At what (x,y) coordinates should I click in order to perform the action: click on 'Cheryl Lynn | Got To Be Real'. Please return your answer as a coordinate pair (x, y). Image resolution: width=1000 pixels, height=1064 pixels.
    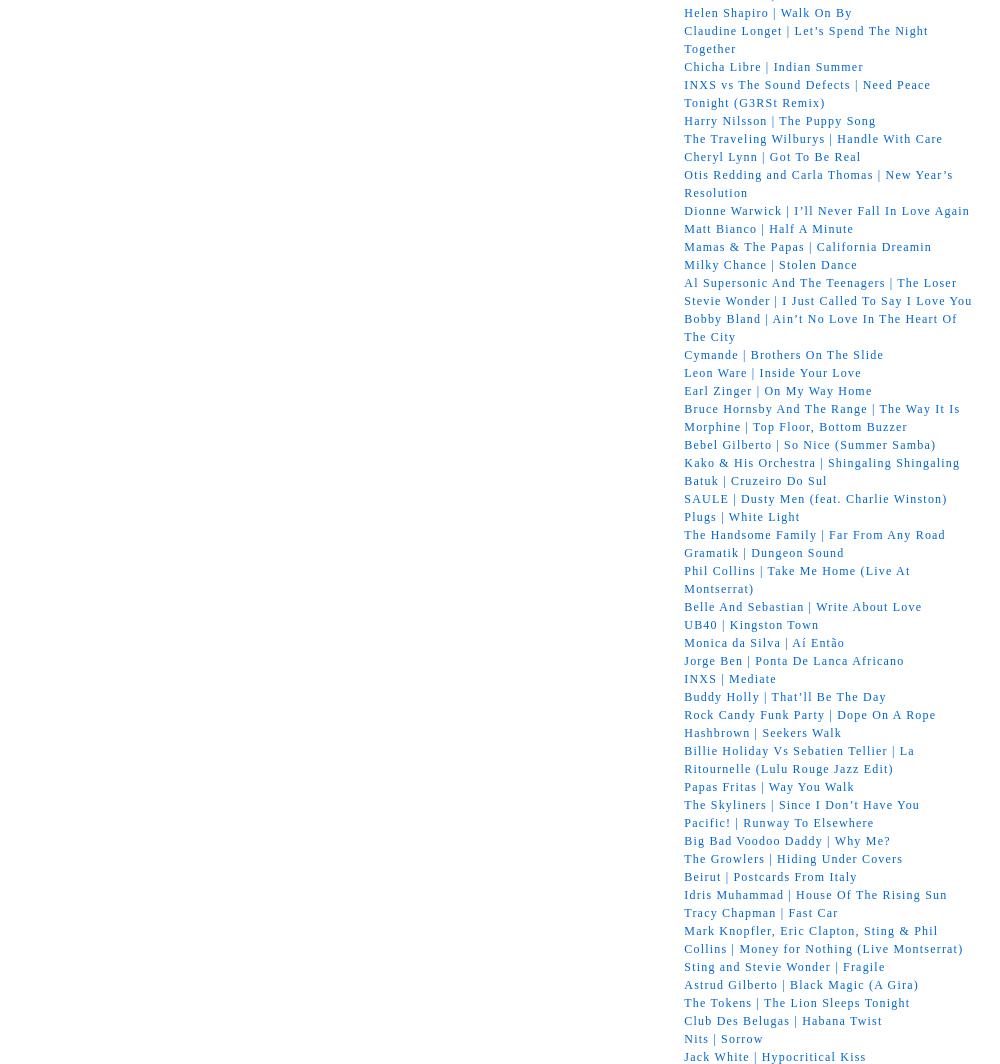
    Looking at the image, I should click on (772, 155).